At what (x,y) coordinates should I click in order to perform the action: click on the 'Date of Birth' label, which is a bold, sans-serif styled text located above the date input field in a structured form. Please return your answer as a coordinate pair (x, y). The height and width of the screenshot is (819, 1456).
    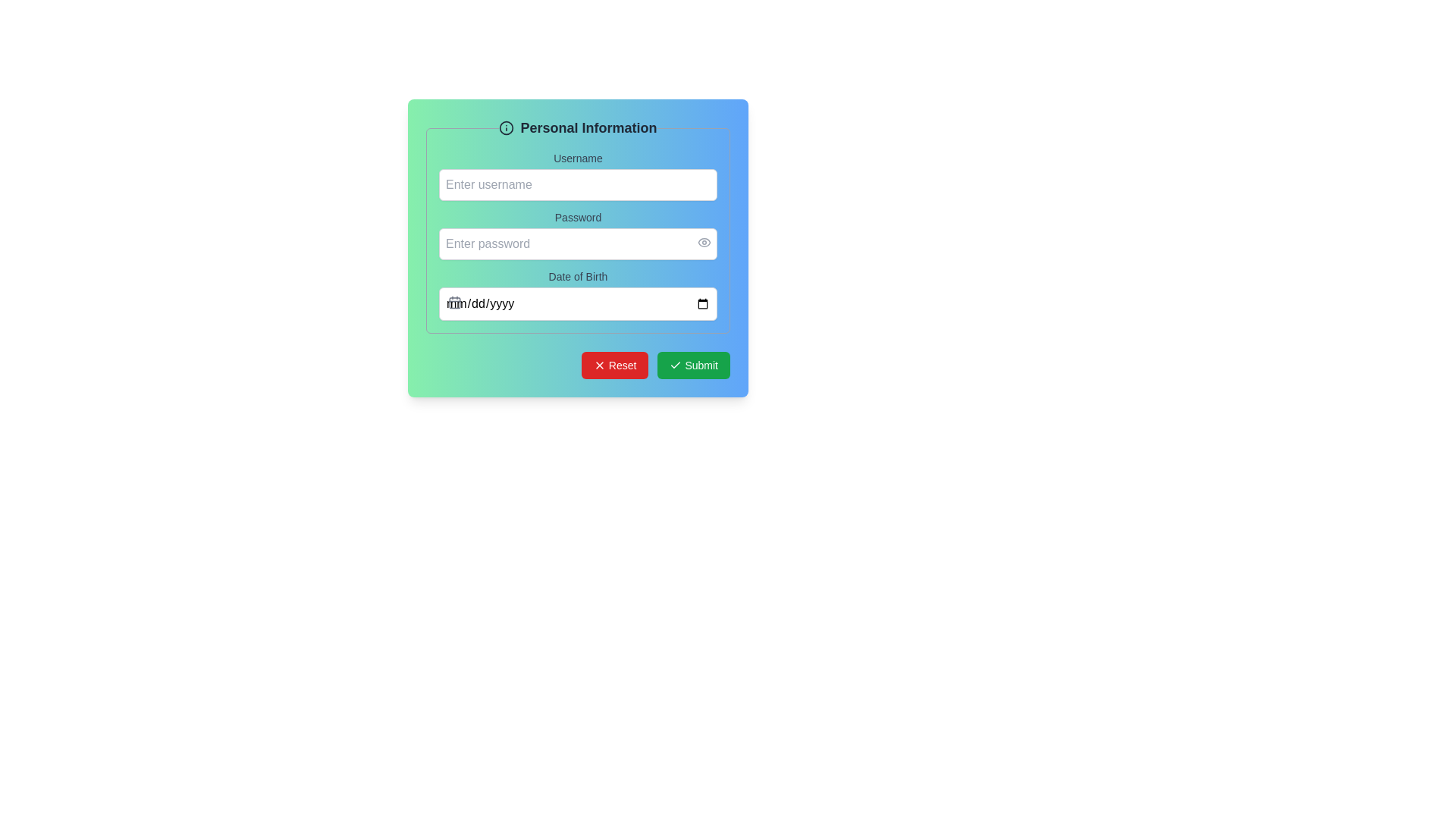
    Looking at the image, I should click on (577, 277).